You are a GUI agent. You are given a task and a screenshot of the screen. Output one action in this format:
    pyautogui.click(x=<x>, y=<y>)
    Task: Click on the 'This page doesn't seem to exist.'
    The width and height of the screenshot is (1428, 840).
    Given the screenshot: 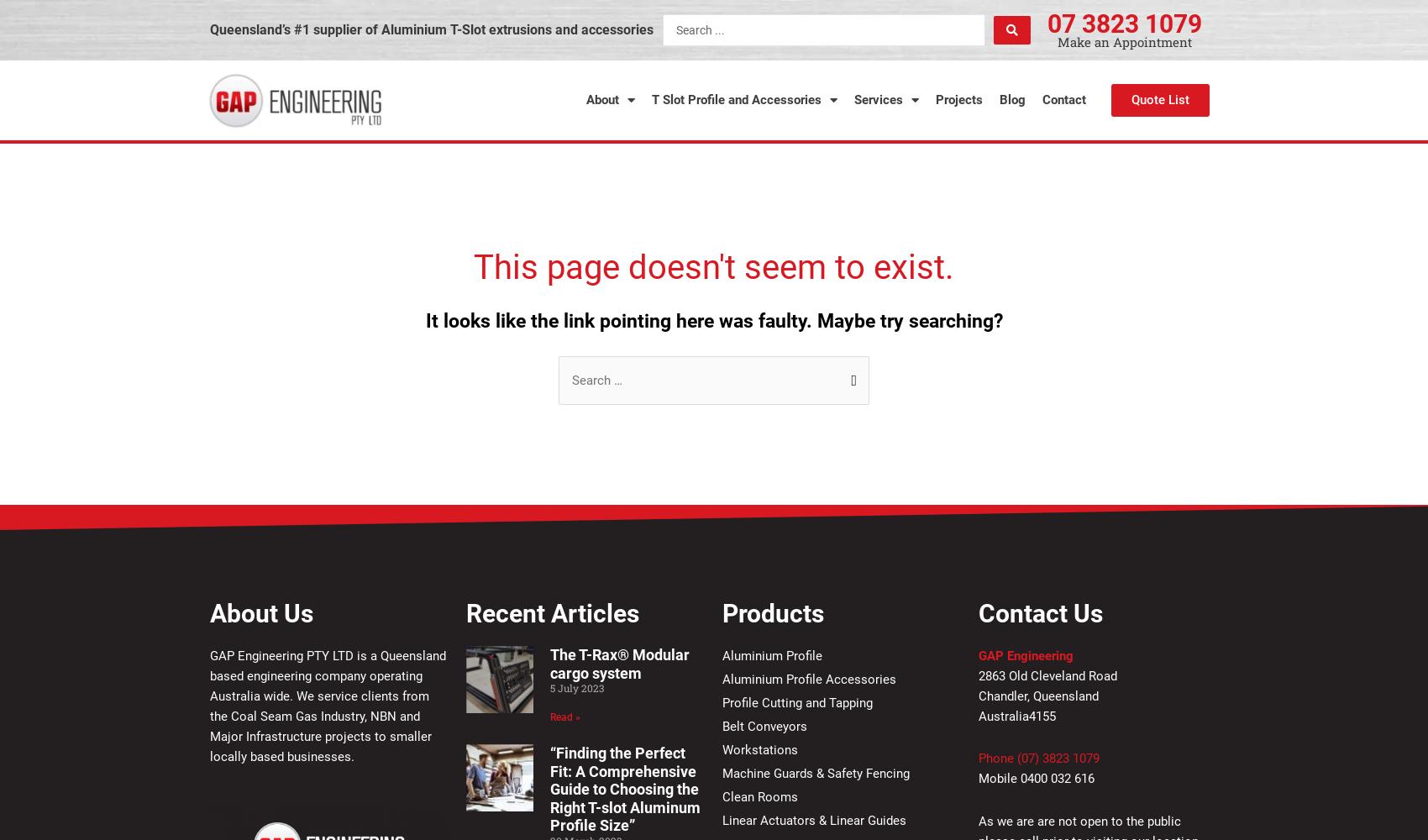 What is the action you would take?
    pyautogui.click(x=714, y=266)
    